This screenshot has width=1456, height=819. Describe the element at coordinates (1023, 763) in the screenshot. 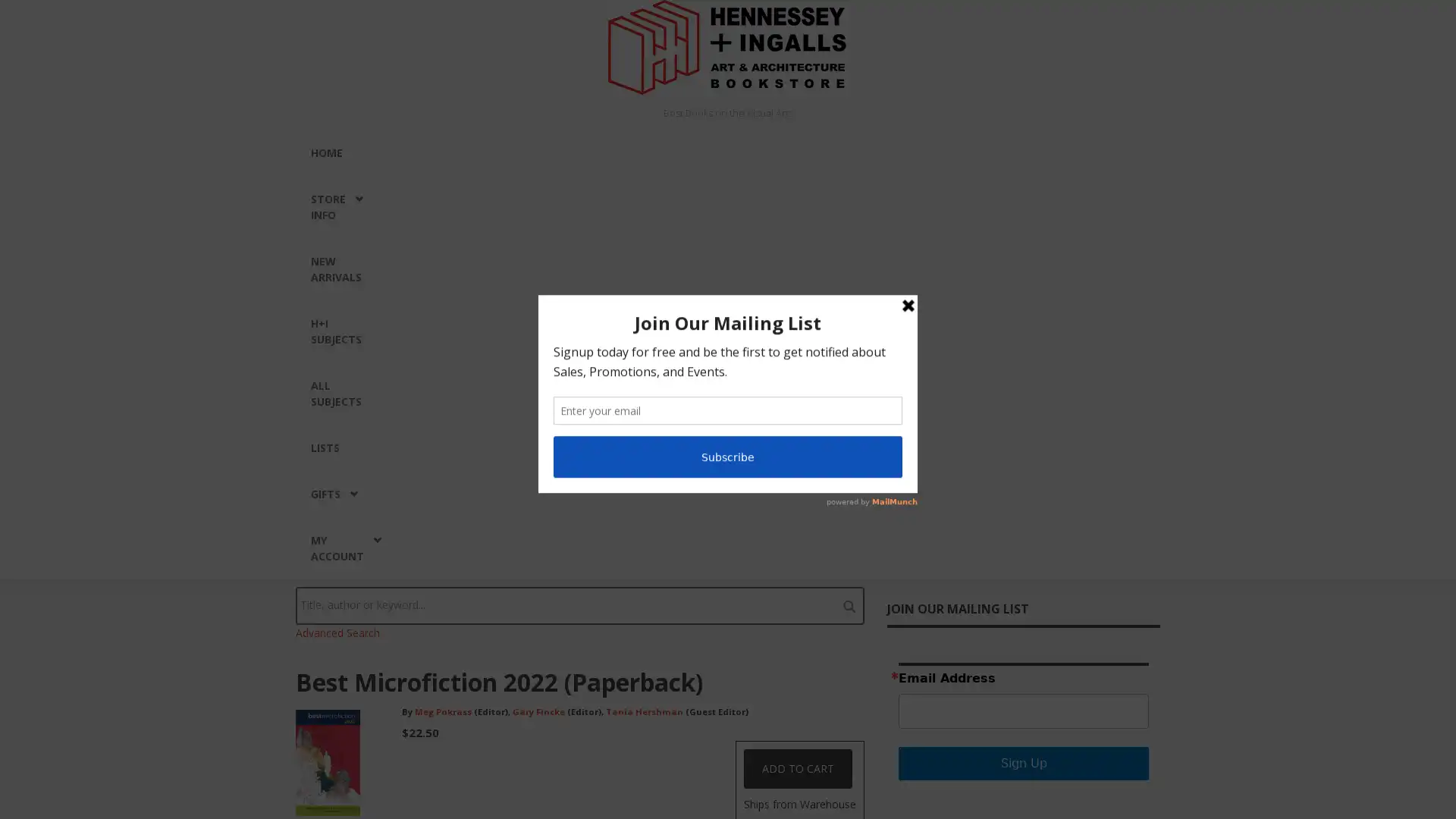

I see `Sign Up` at that location.